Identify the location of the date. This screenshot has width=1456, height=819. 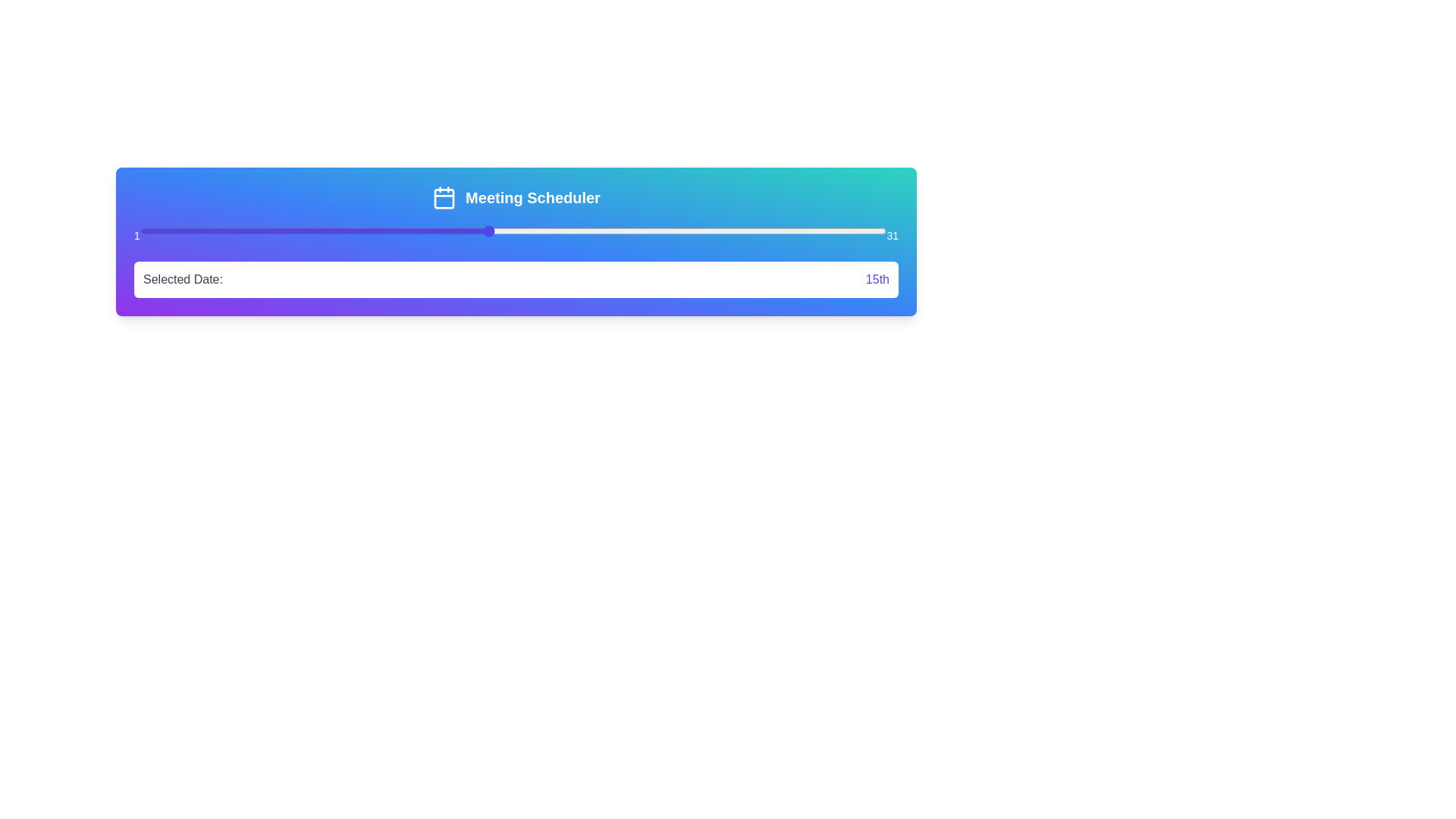
(762, 231).